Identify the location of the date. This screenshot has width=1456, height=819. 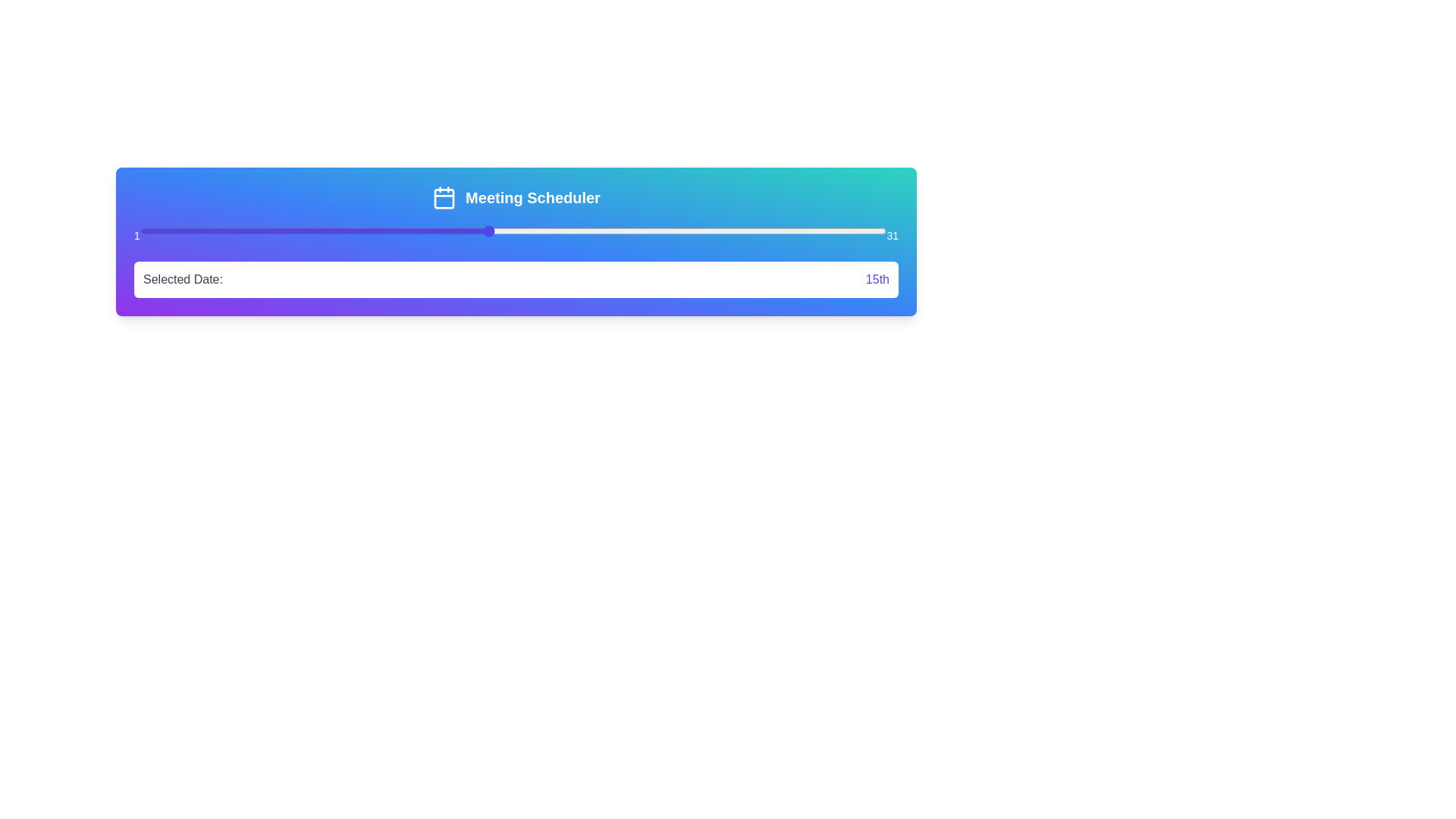
(762, 231).